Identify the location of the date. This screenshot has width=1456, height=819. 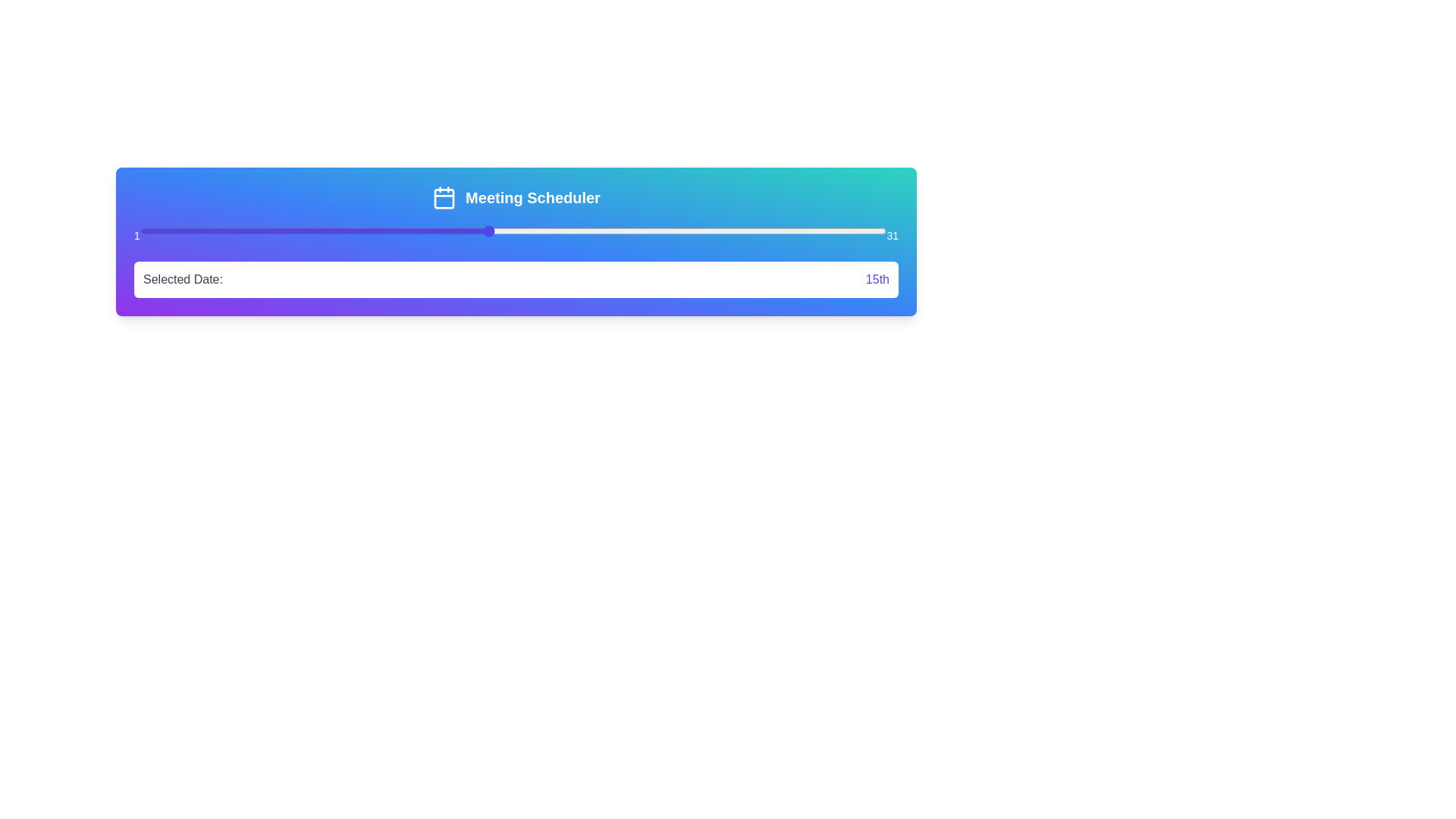
(762, 231).